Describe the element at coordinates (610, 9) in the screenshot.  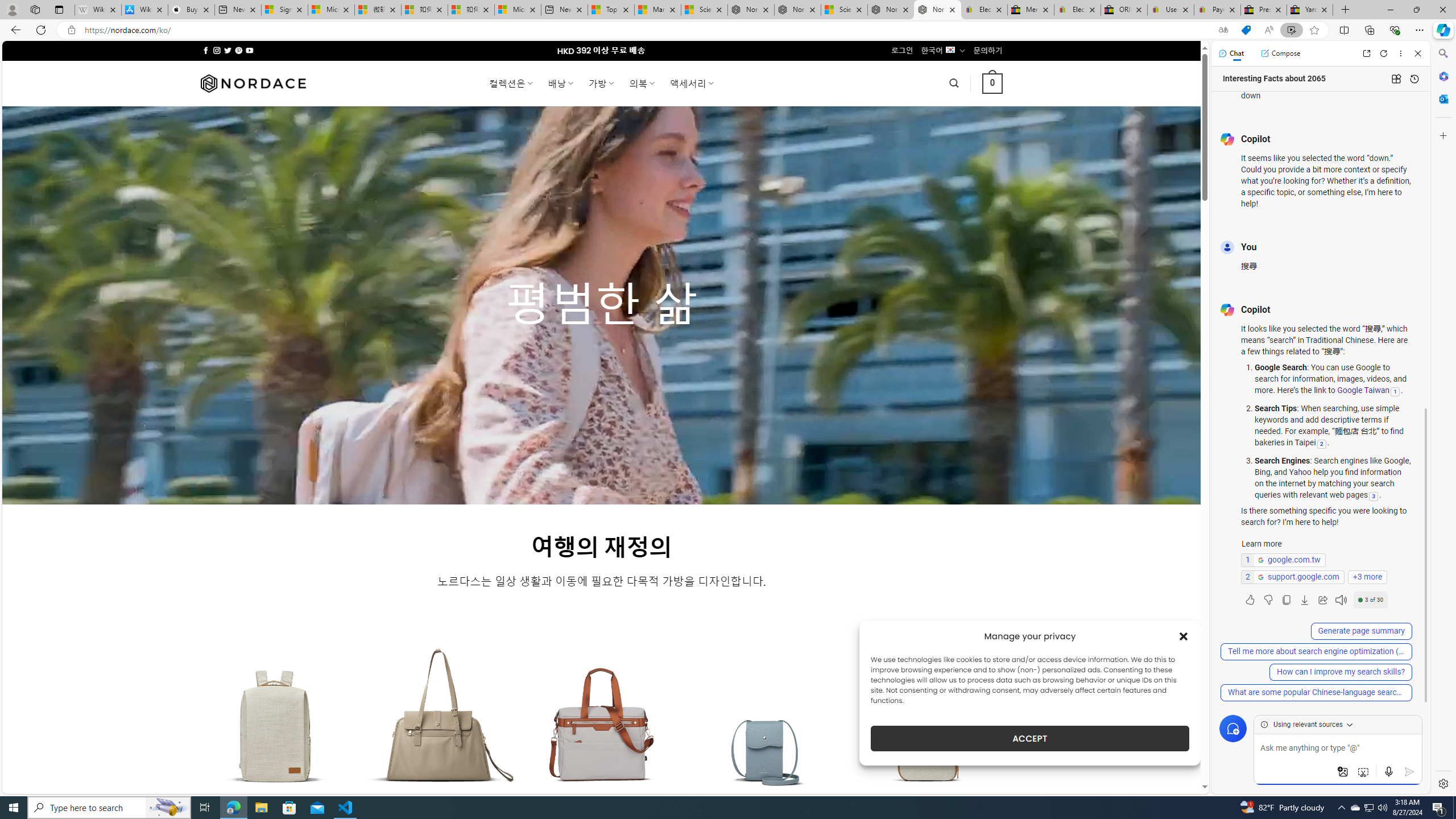
I see `'Top Stories - MSN'` at that location.